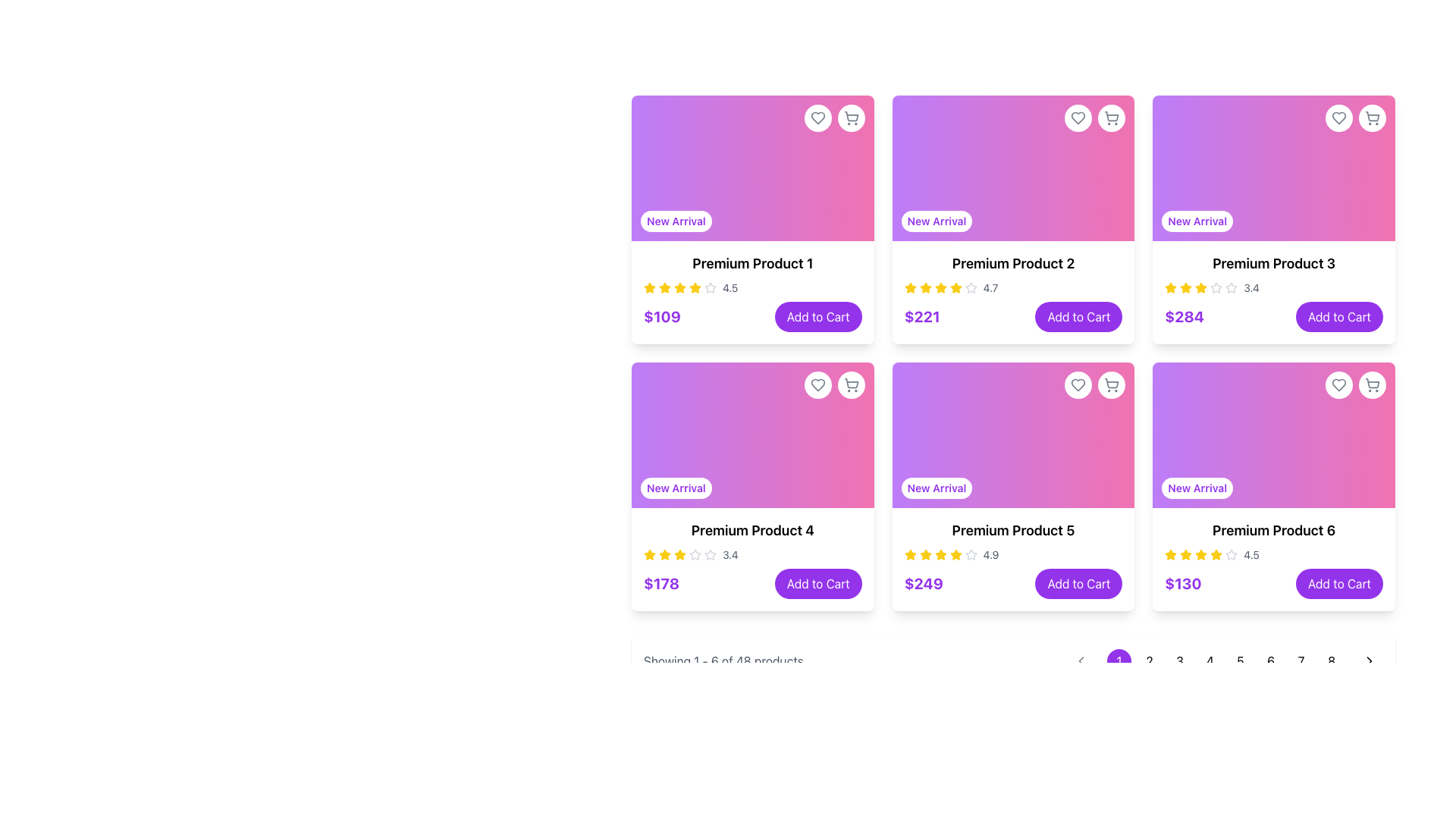 The width and height of the screenshot is (1456, 819). I want to click on the heart icon on the fourth product card in the second row and second column, so click(1078, 384).